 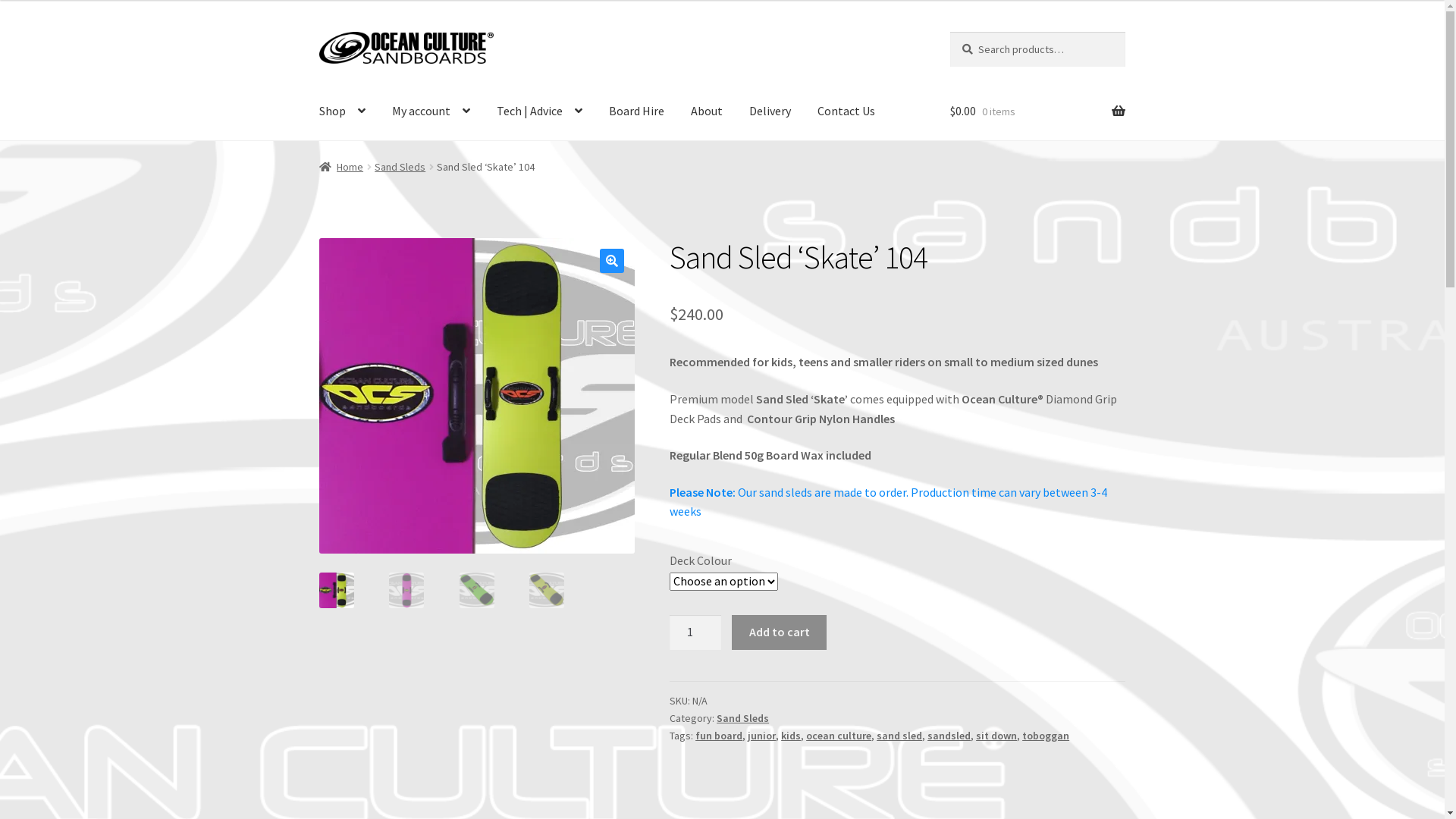 I want to click on 'junior', so click(x=761, y=734).